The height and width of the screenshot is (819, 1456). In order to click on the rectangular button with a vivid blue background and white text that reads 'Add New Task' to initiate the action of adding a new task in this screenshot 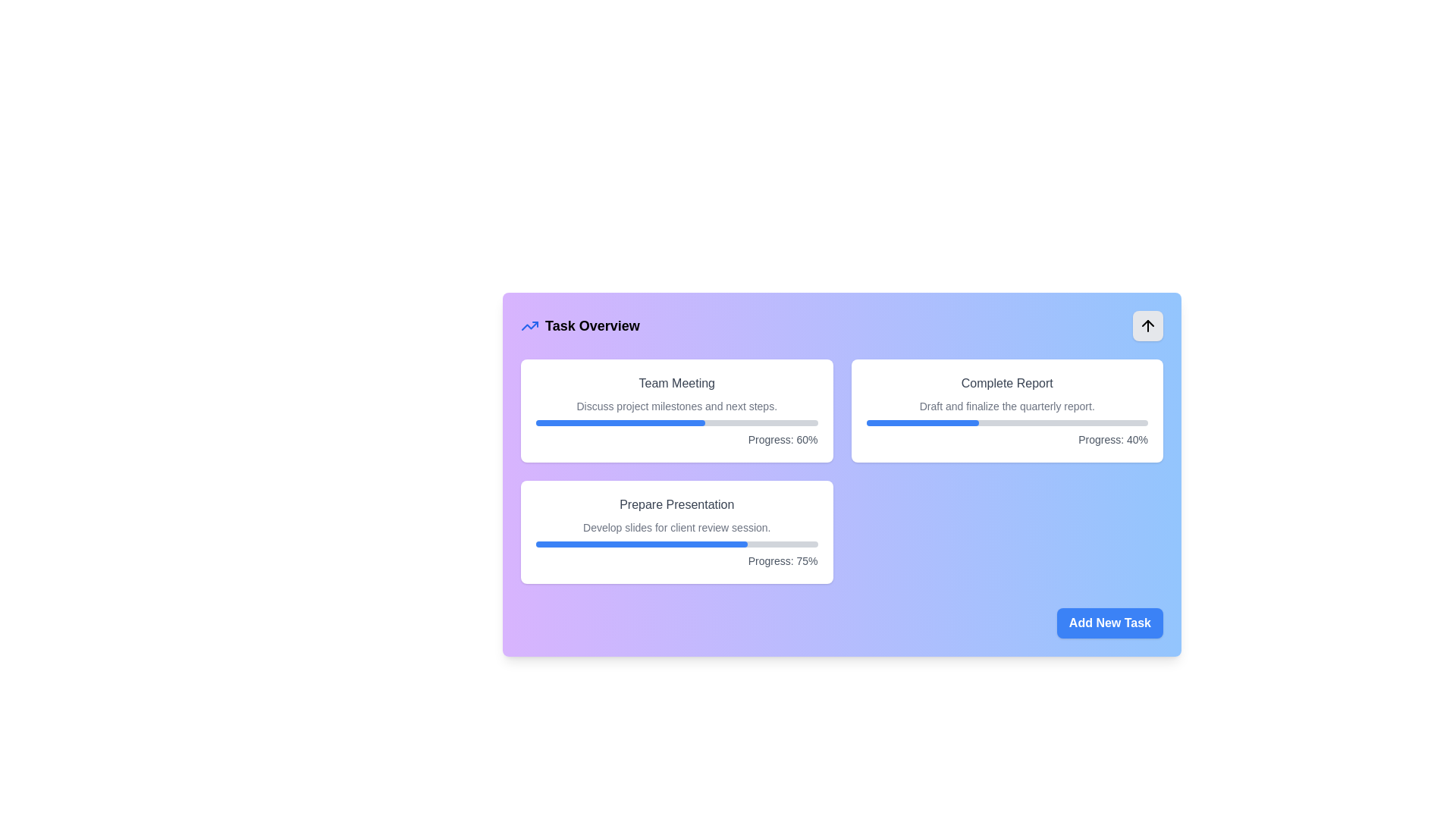, I will do `click(1110, 623)`.